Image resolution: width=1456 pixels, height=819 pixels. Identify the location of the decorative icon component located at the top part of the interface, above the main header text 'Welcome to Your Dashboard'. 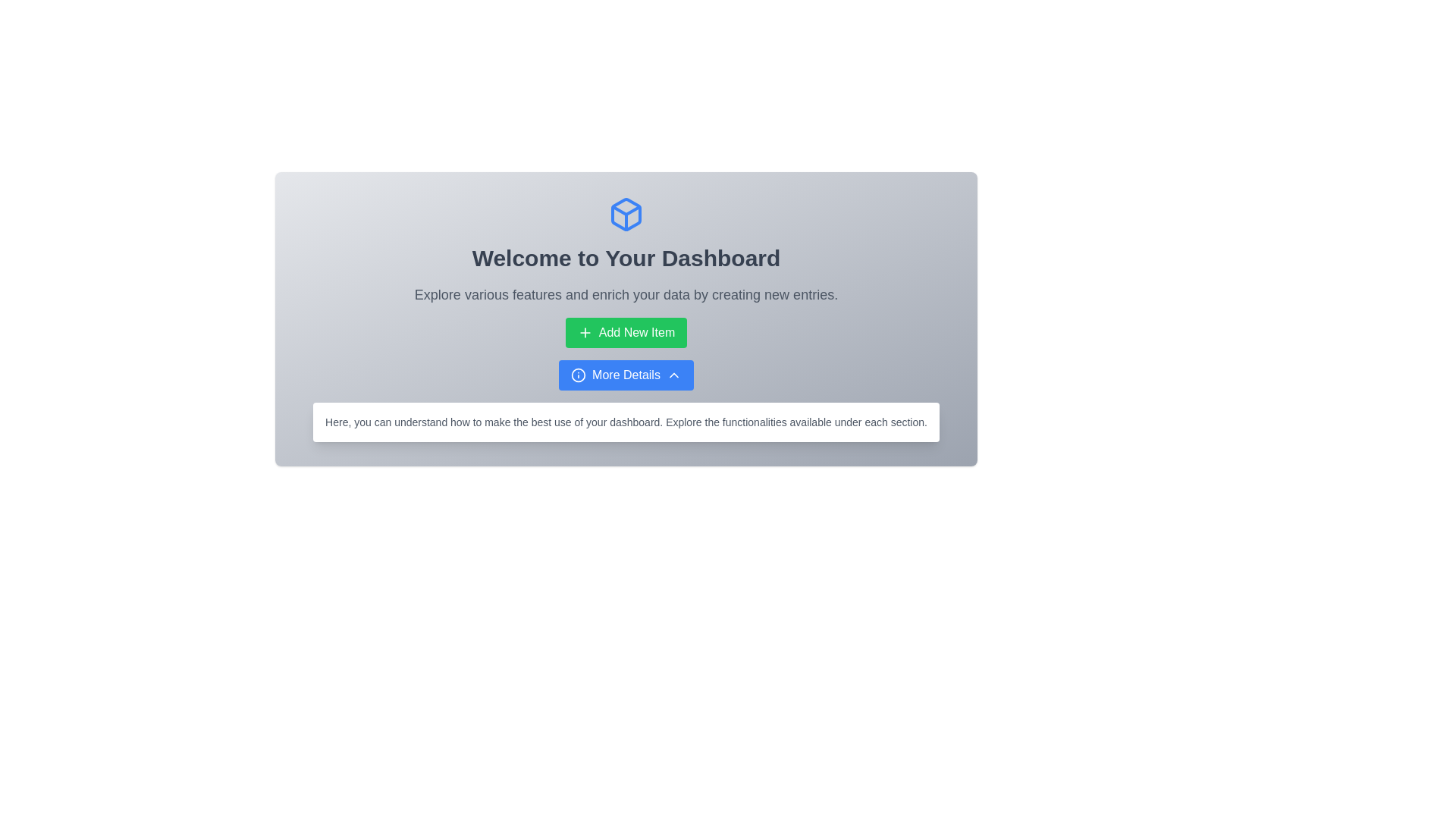
(626, 210).